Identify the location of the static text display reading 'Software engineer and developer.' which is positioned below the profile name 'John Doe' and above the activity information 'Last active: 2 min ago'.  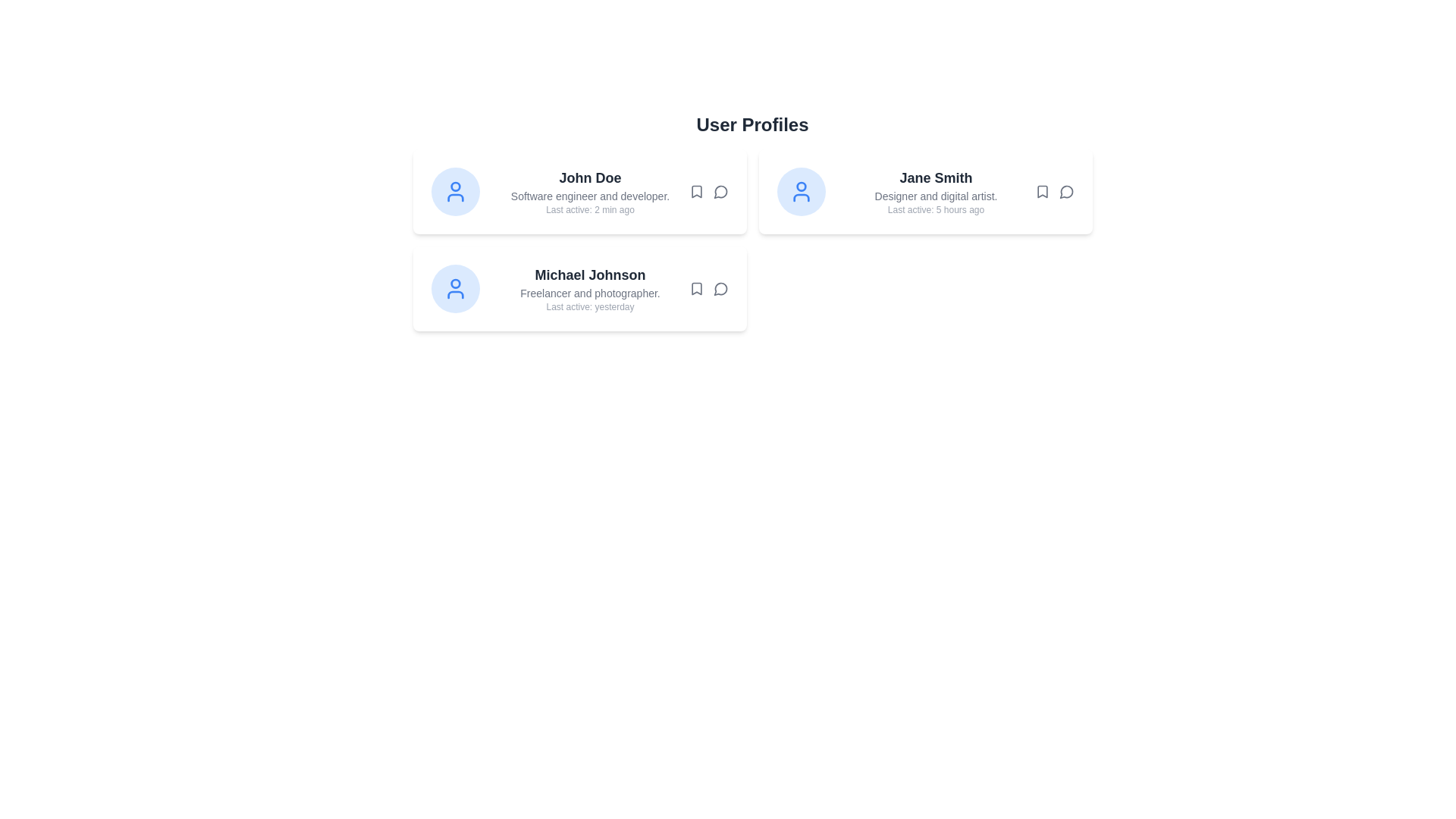
(589, 195).